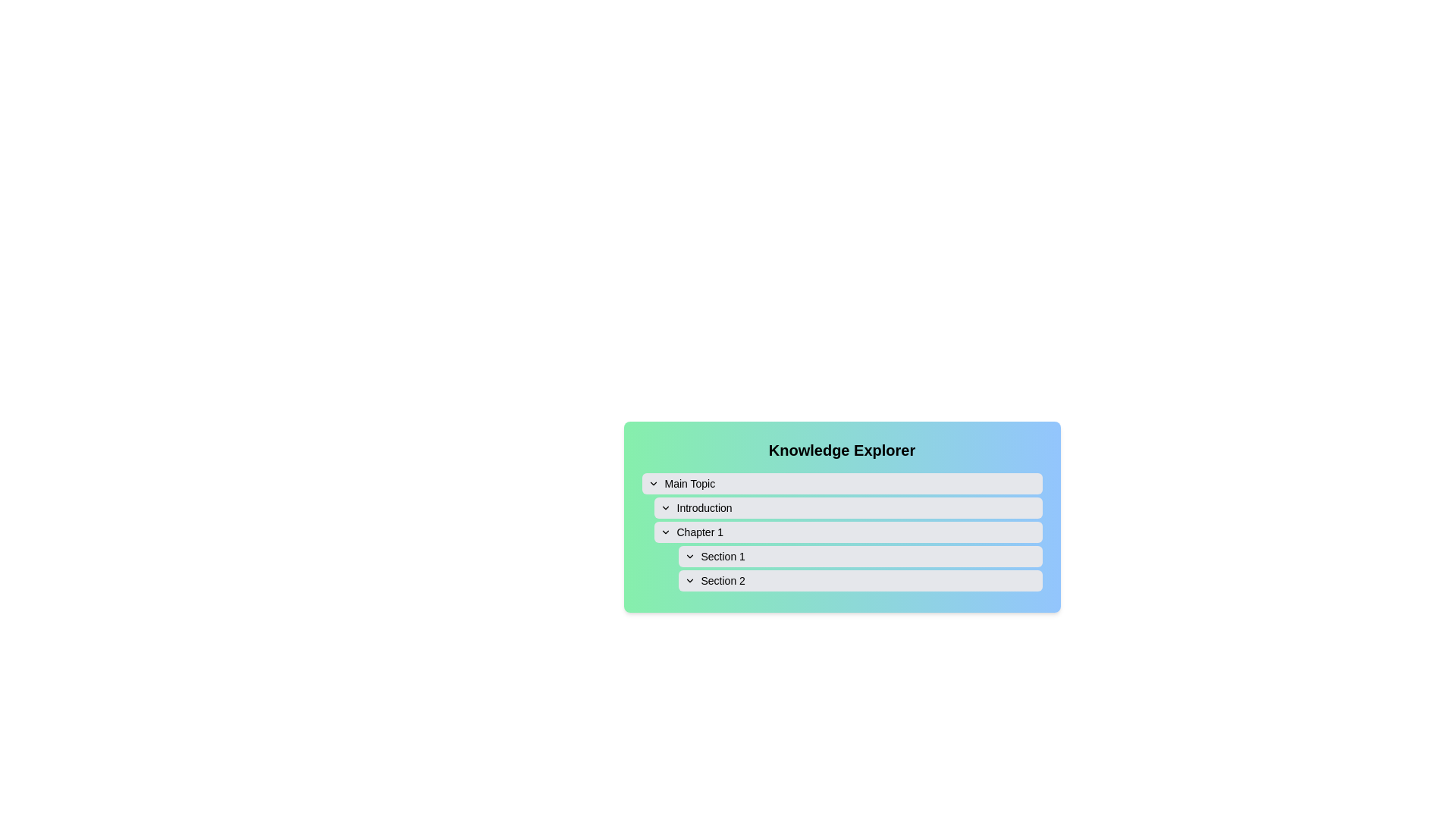 This screenshot has width=1456, height=819. I want to click on the chevron icon located to the left of the 'Main Topic' text in the 'Knowledge Explorer' menu to potentially reveal additional information or a tooltip, so click(653, 483).